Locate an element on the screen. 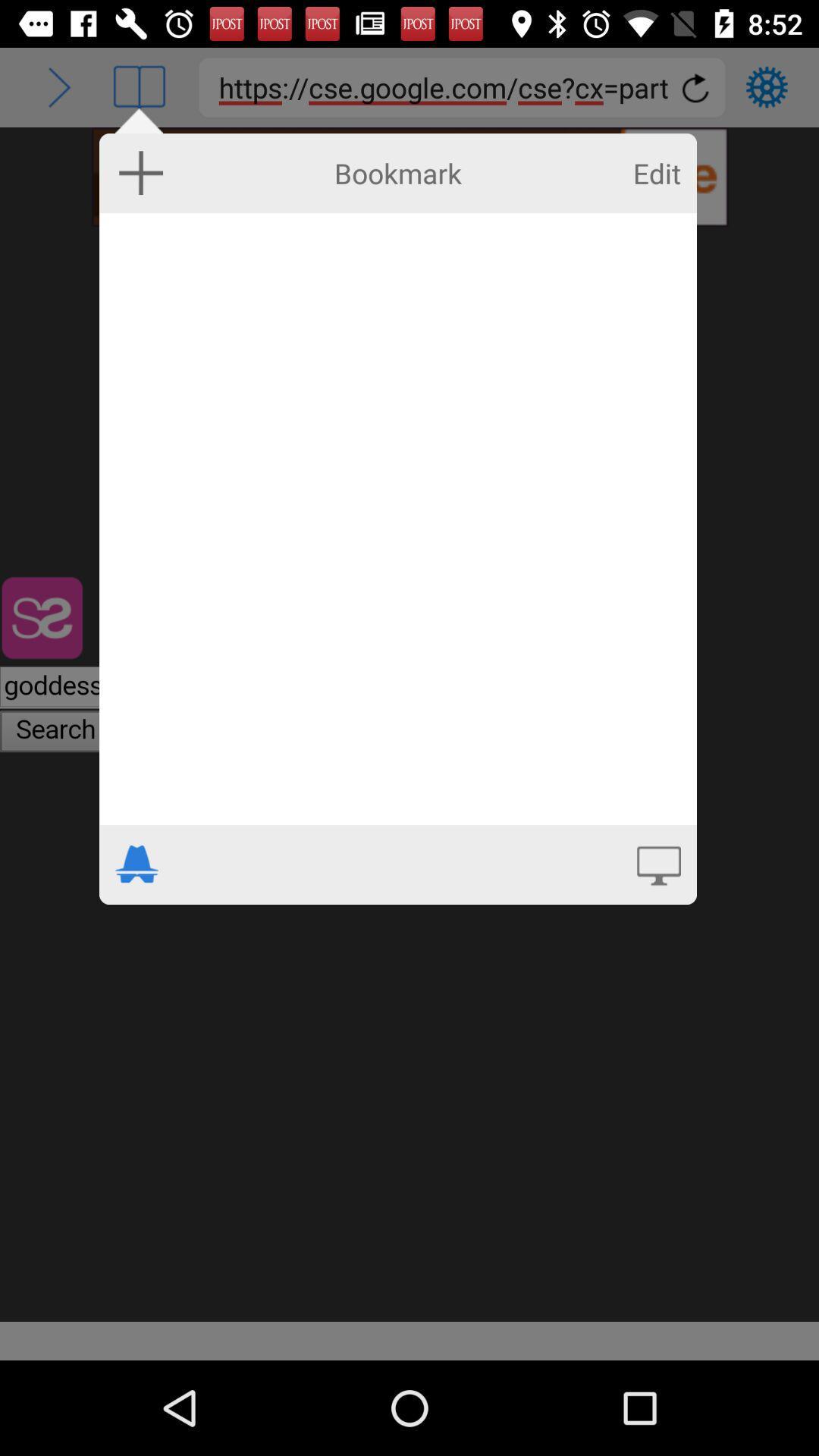  icon to the left of bookmark is located at coordinates (141, 172).